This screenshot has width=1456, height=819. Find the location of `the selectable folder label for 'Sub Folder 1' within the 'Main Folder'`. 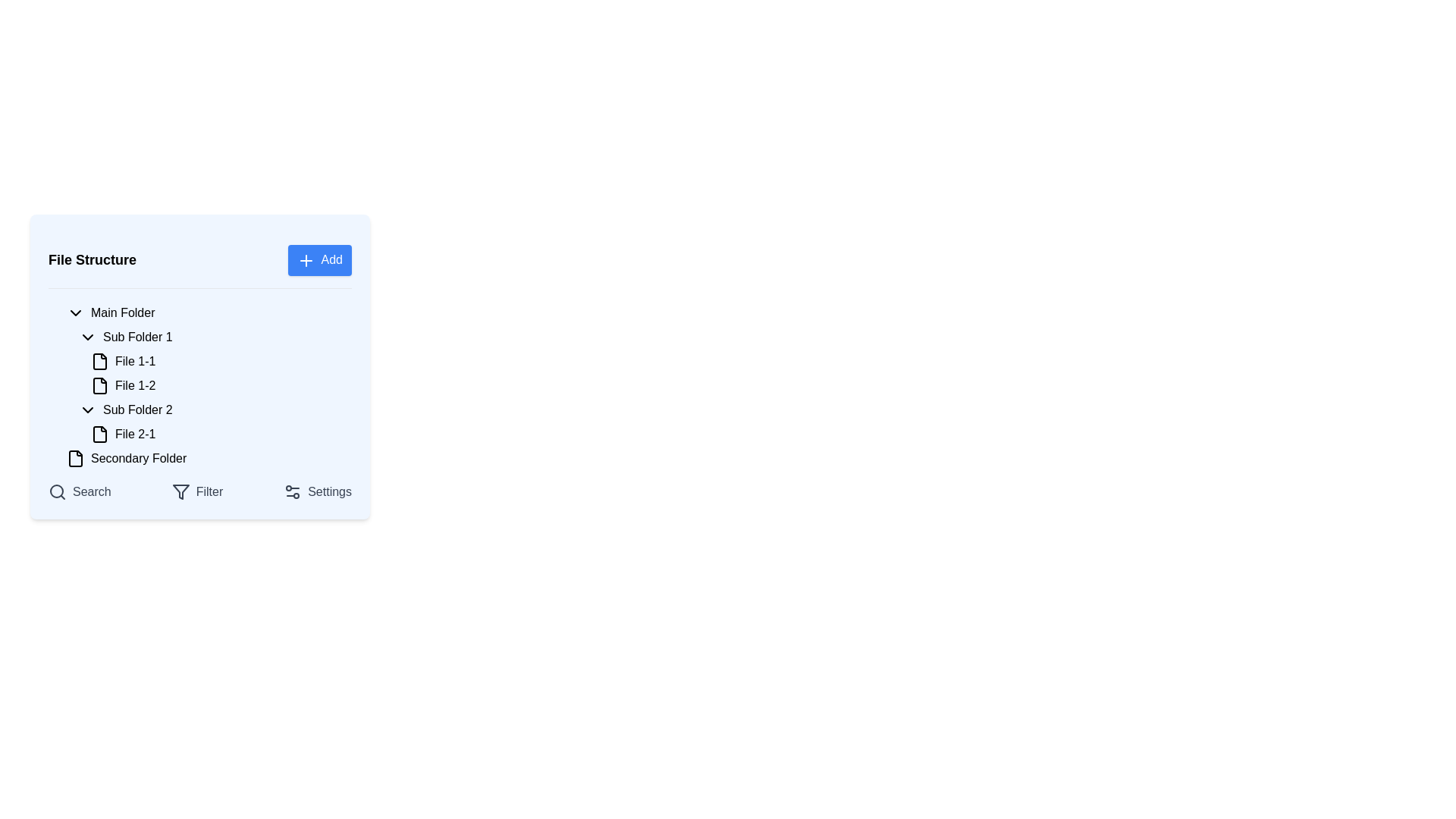

the selectable folder label for 'Sub Folder 1' within the 'Main Folder' is located at coordinates (137, 336).